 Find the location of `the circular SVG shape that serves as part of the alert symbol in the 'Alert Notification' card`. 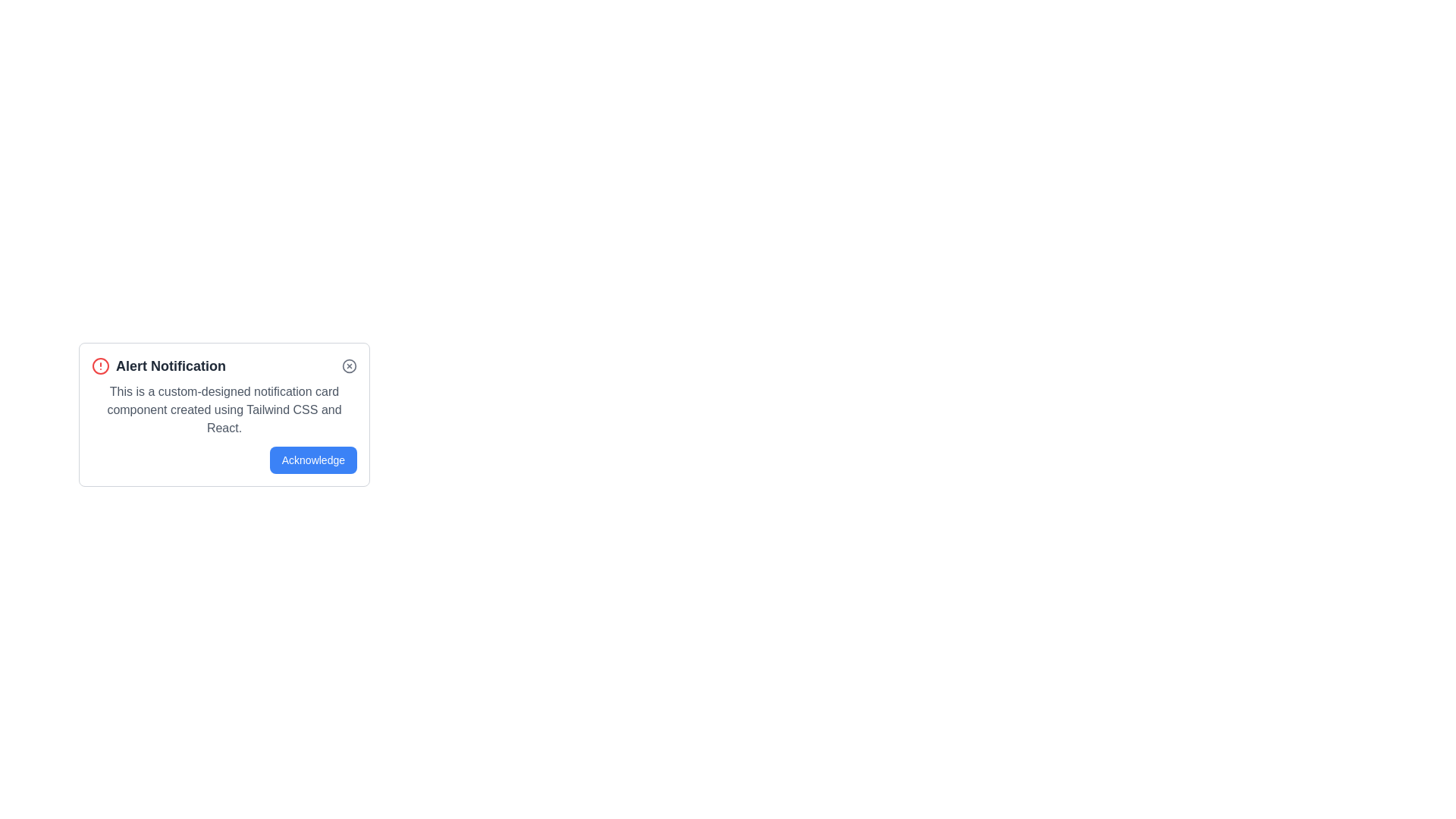

the circular SVG shape that serves as part of the alert symbol in the 'Alert Notification' card is located at coordinates (100, 366).